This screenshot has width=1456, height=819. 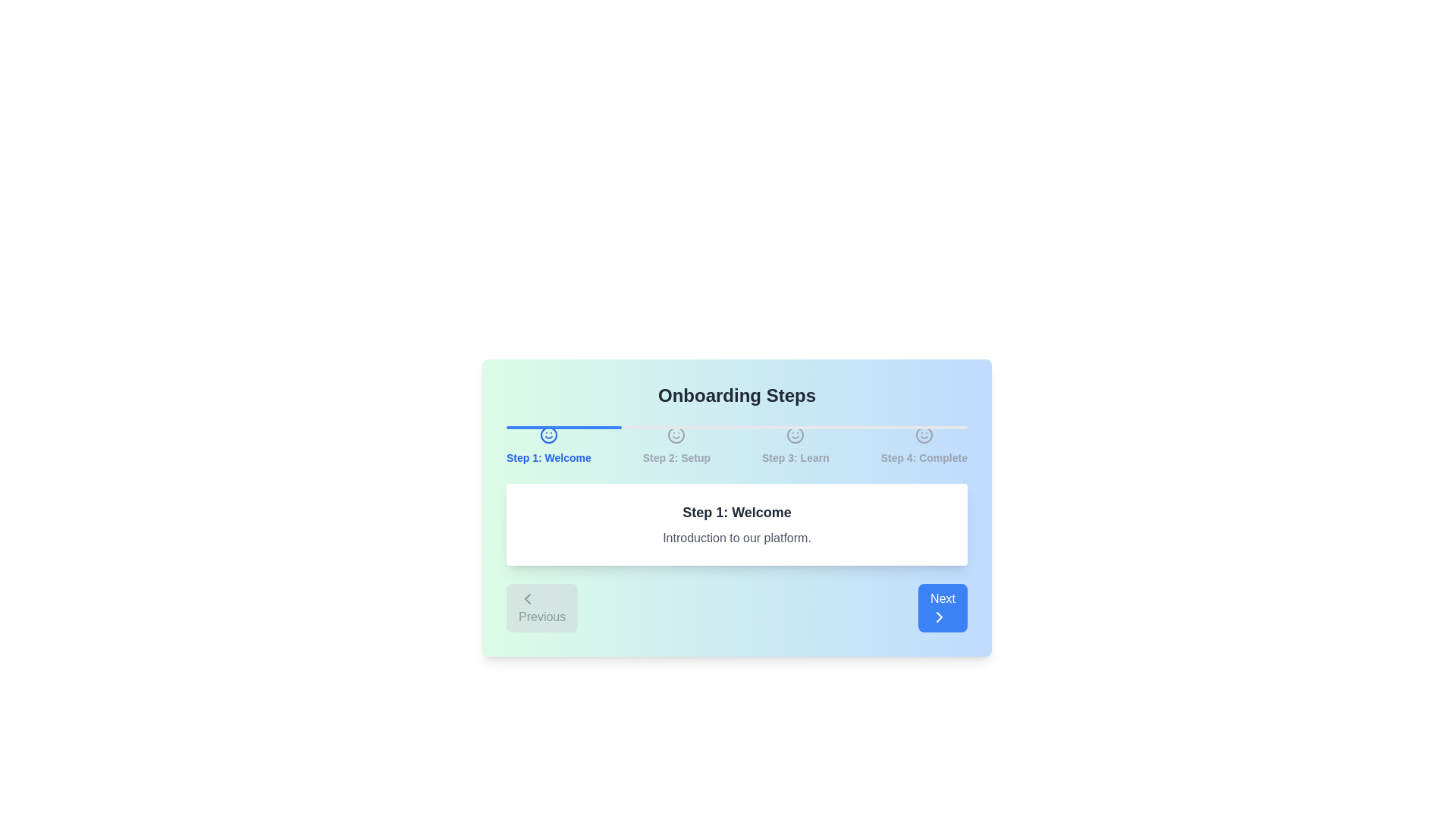 What do you see at coordinates (942, 607) in the screenshot?
I see `the rectangular button with a blue background and white text 'Next', located at the bottom-right corner of the navigation section, to observe a visual state change` at bounding box center [942, 607].